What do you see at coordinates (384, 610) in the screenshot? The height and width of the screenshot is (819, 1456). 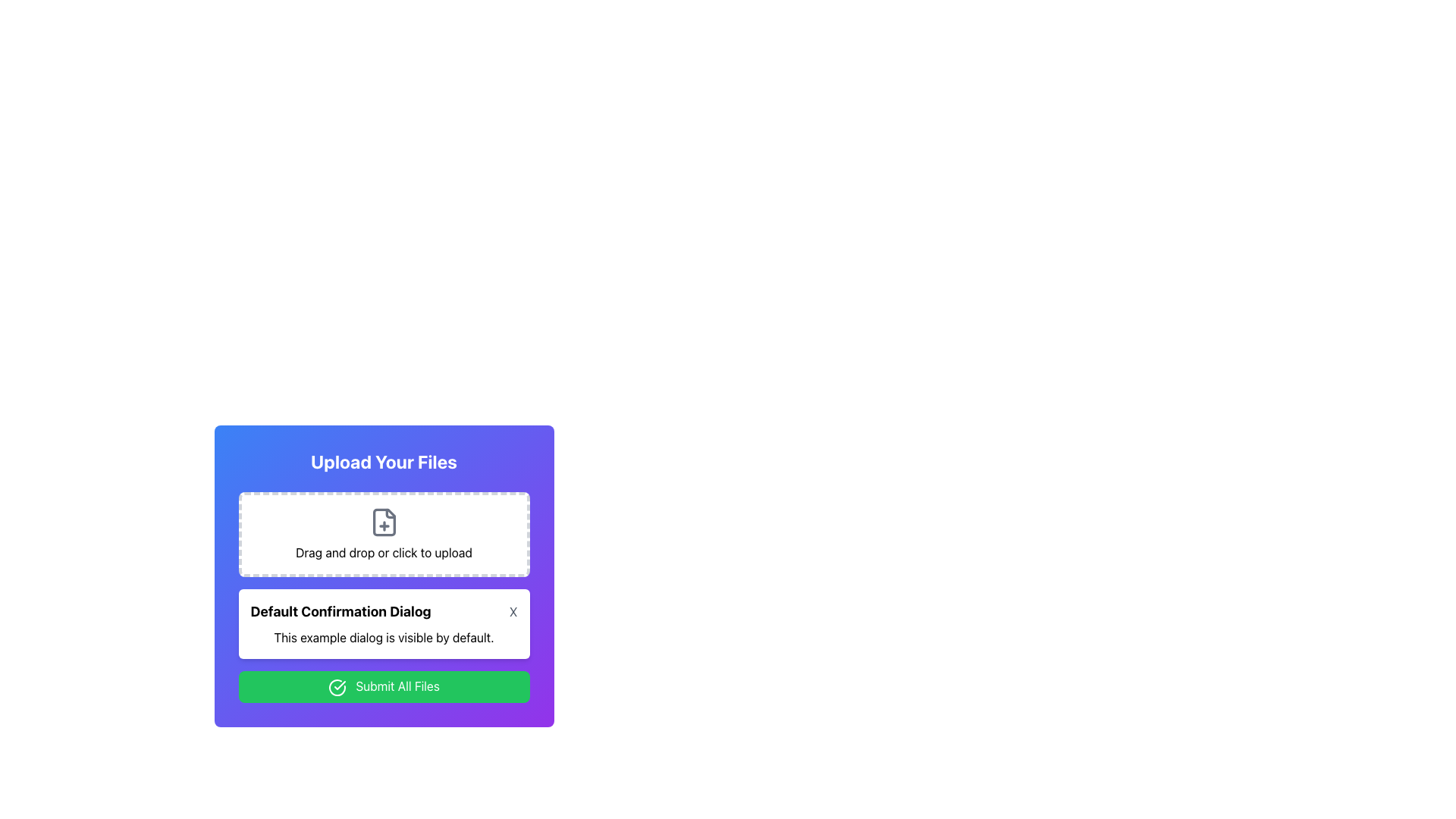 I see `the 'X' close button in the header of the popup dialog` at bounding box center [384, 610].